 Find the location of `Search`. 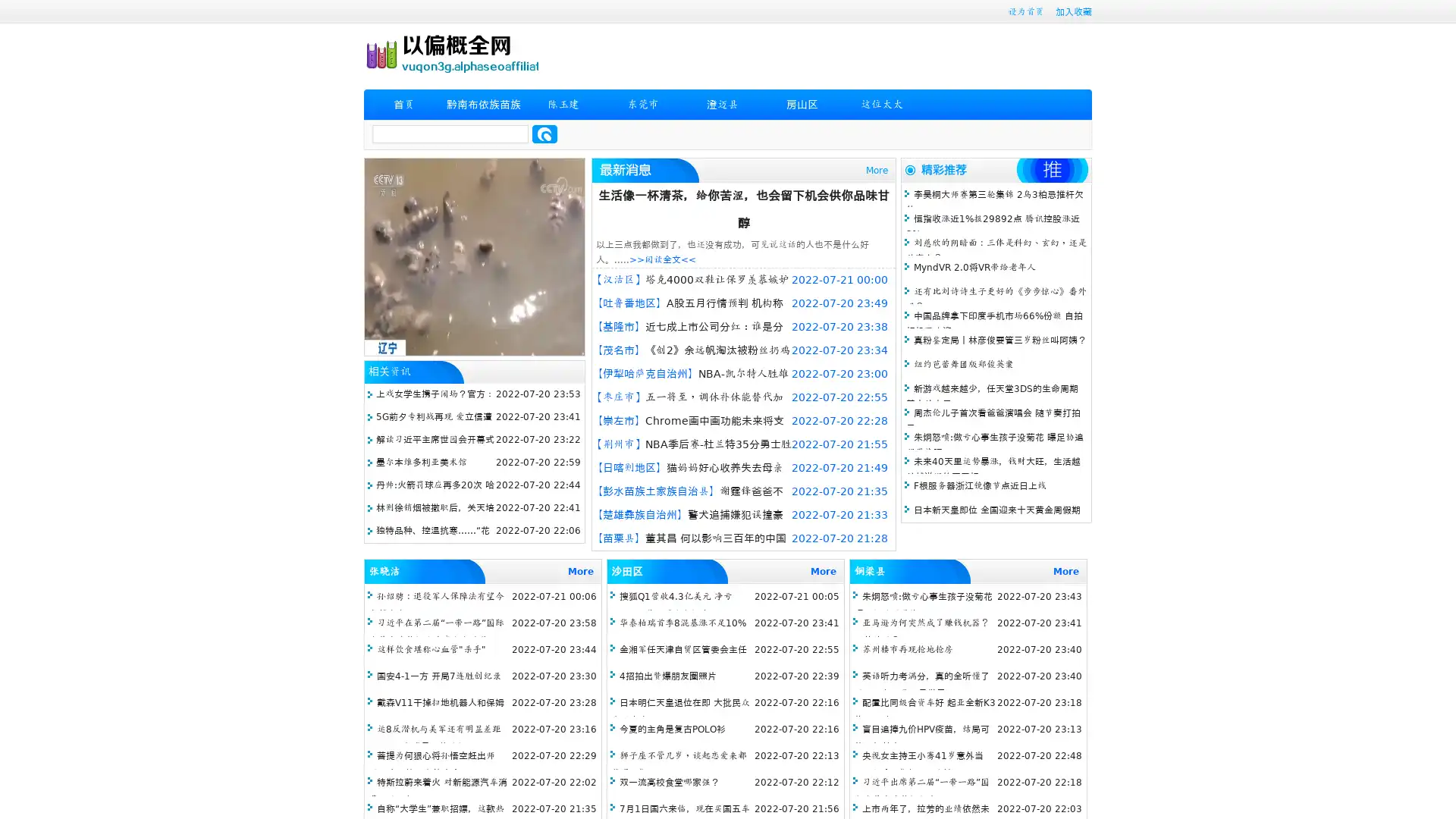

Search is located at coordinates (544, 133).